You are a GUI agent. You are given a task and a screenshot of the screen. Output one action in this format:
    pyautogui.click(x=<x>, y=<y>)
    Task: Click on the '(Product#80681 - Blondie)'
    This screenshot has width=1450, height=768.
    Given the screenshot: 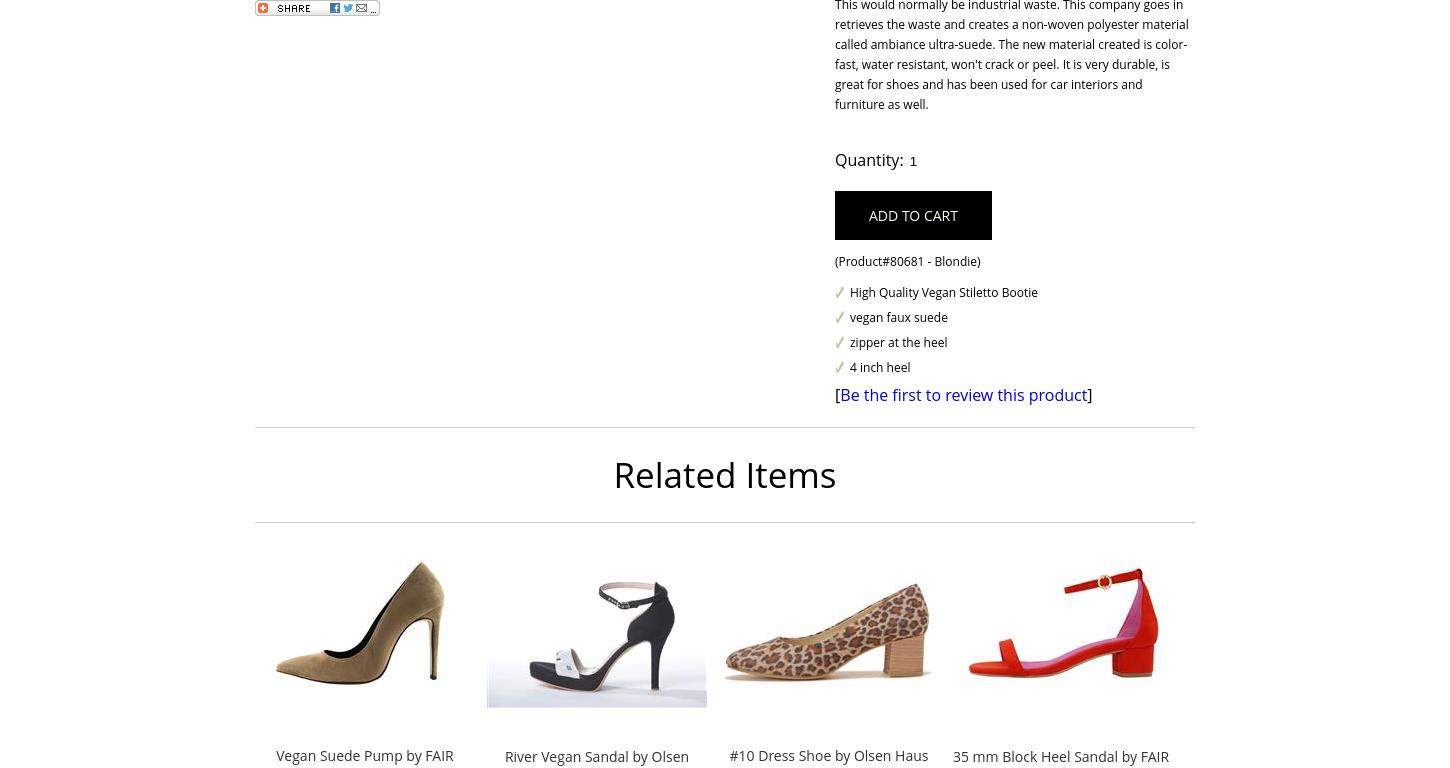 What is the action you would take?
    pyautogui.click(x=906, y=260)
    